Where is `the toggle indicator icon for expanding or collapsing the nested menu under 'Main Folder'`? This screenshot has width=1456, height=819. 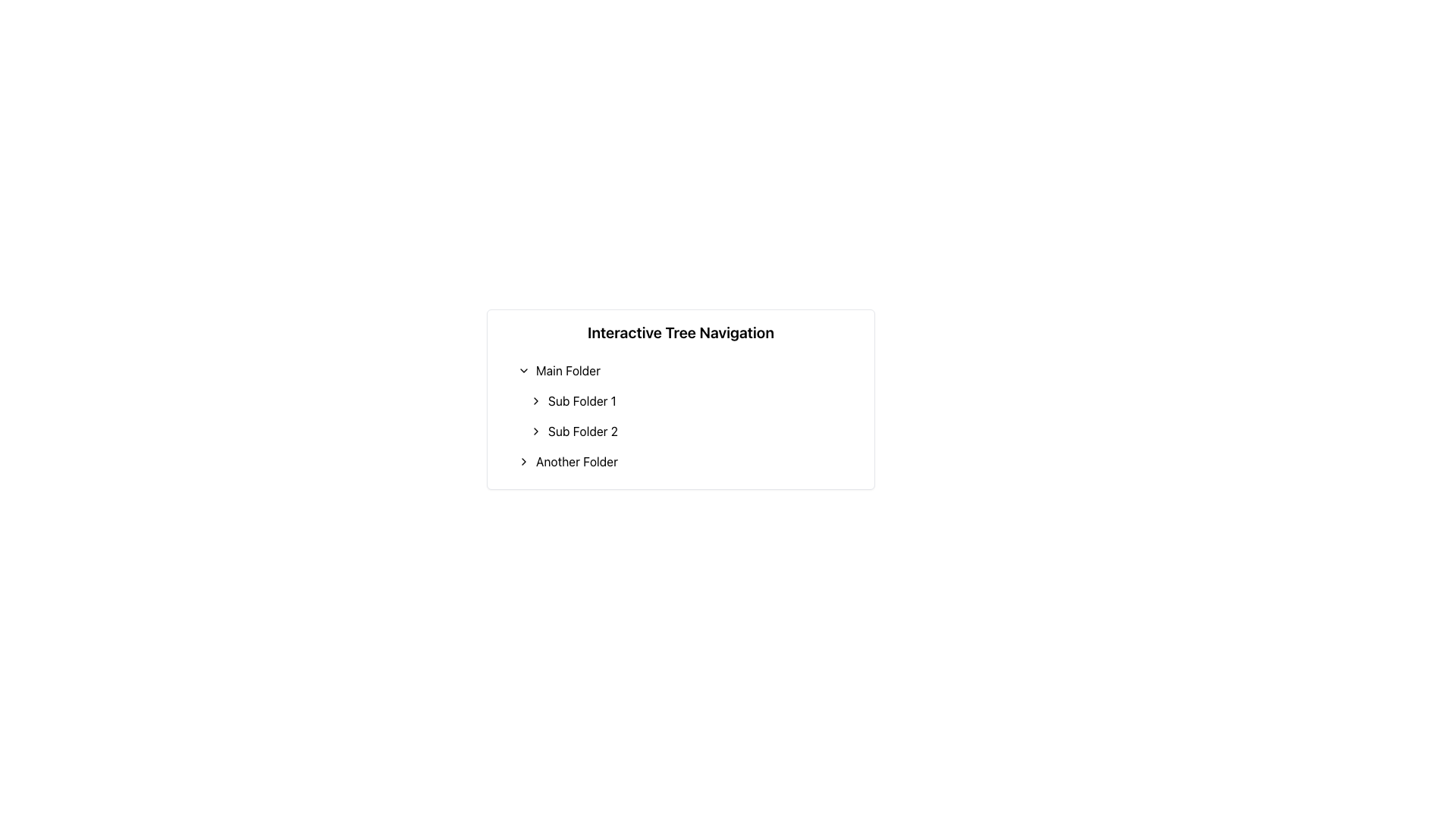 the toggle indicator icon for expanding or collapsing the nested menu under 'Main Folder' is located at coordinates (524, 371).